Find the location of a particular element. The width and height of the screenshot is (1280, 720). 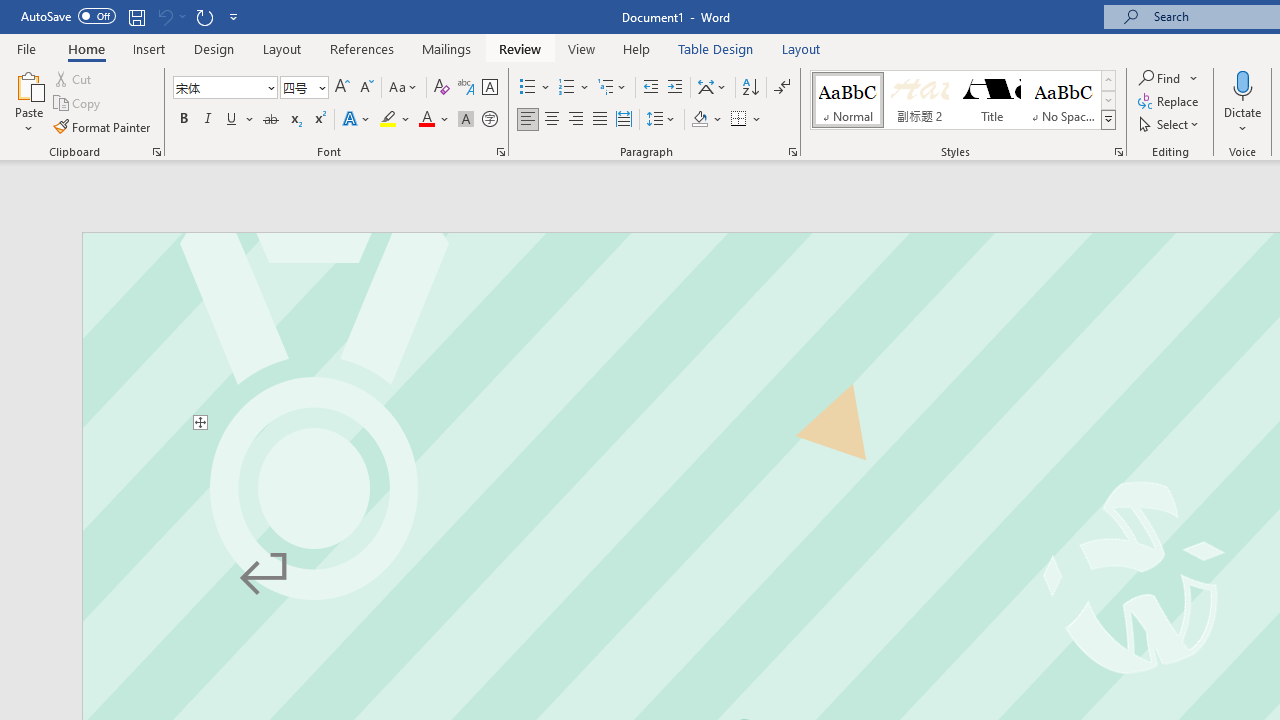

'Font Color Red' is located at coordinates (425, 119).